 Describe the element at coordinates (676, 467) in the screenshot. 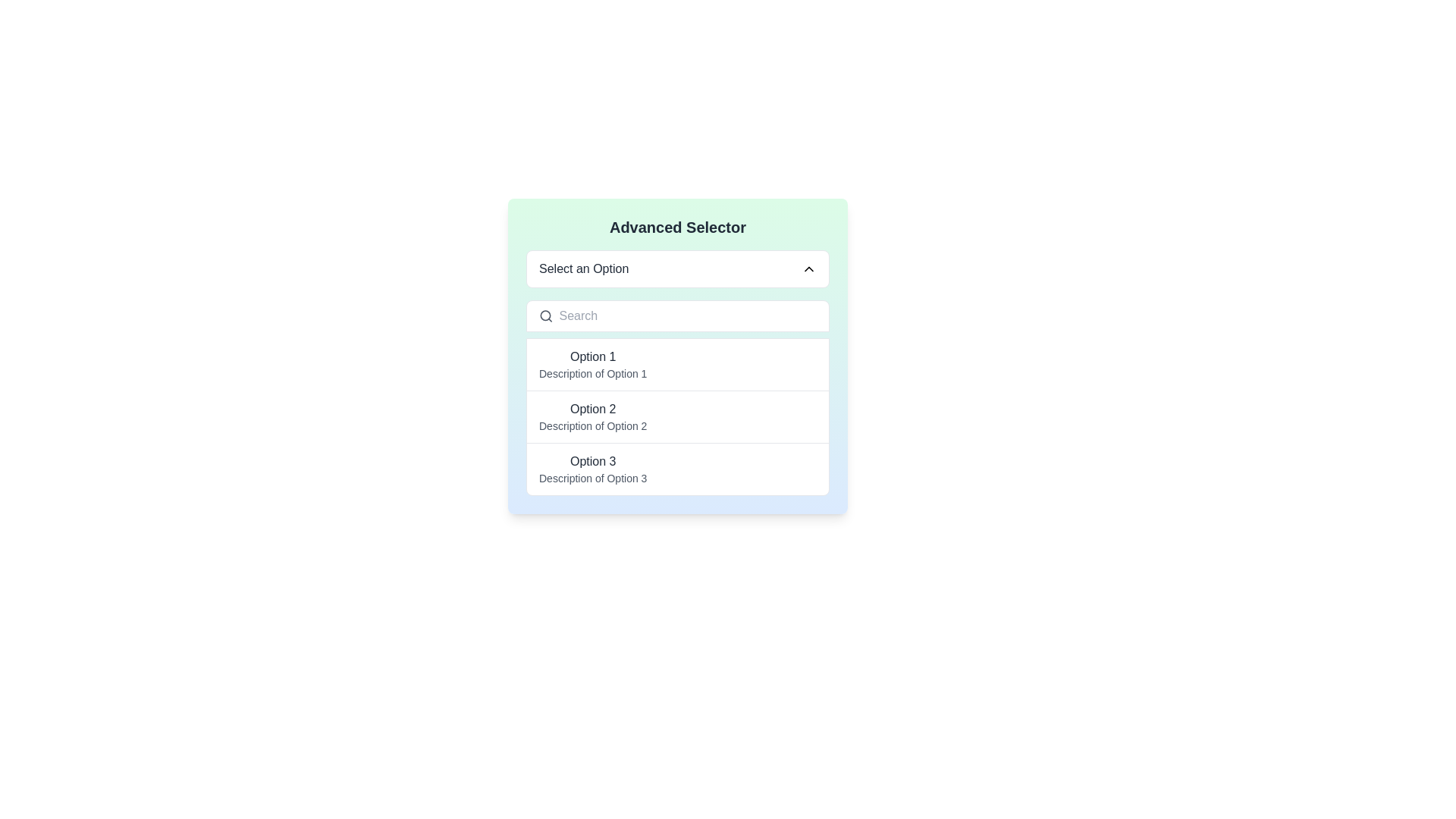

I see `the third item in the vertically stacked selection list` at that location.